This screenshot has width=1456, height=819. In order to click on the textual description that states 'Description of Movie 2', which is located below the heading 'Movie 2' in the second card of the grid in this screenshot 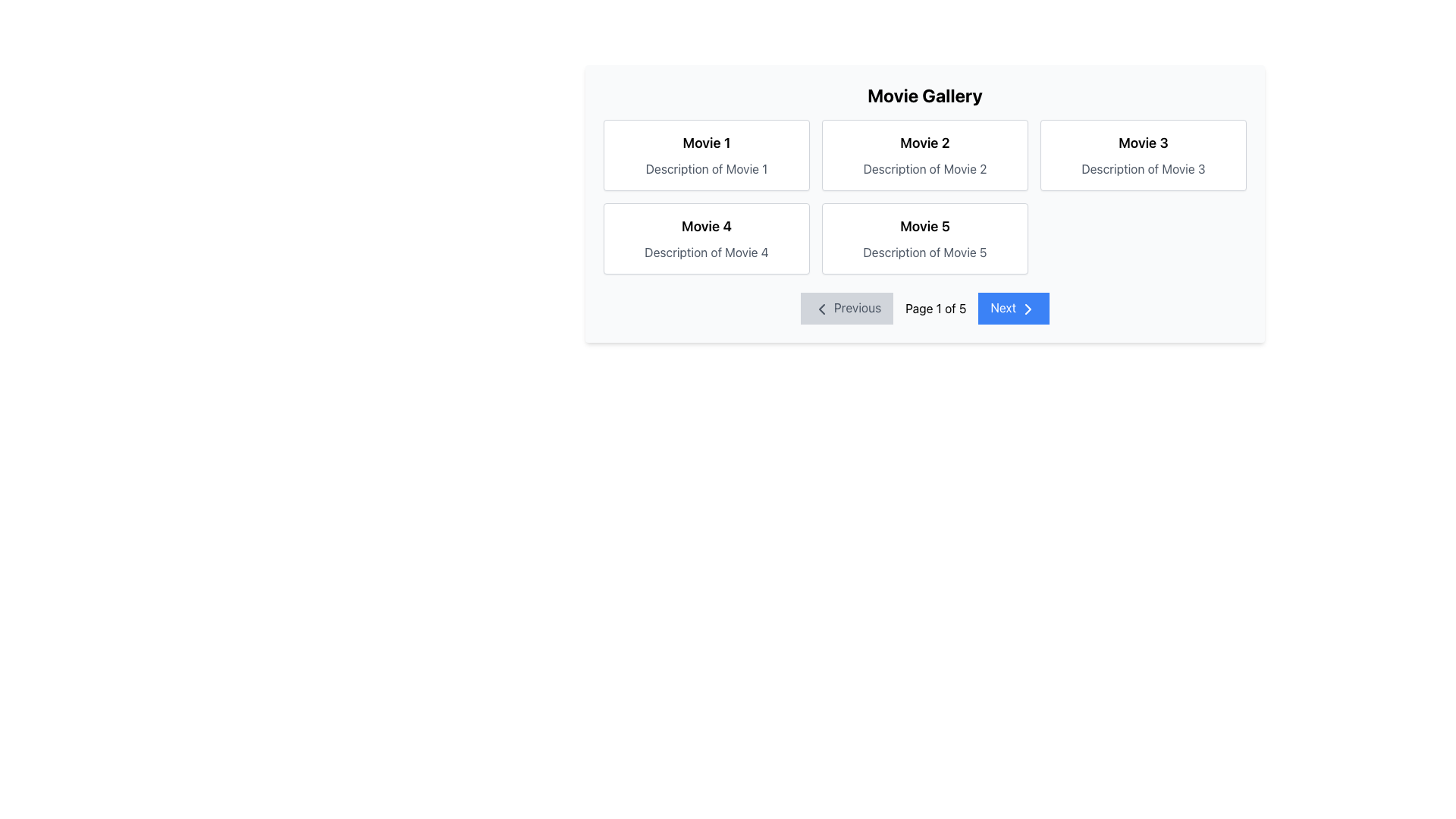, I will do `click(924, 169)`.